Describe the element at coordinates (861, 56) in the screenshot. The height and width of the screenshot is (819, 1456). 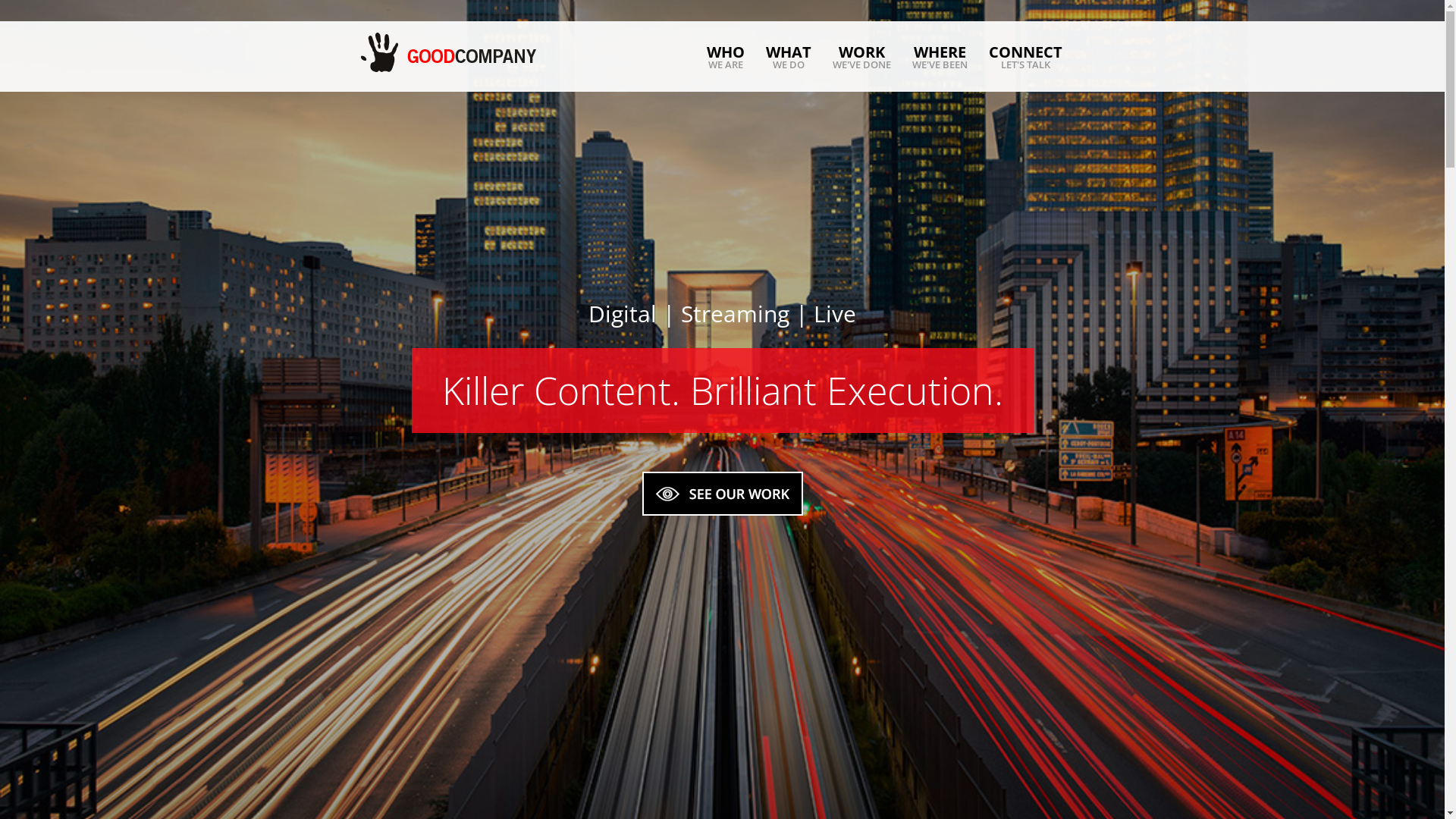
I see `'WORK` at that location.